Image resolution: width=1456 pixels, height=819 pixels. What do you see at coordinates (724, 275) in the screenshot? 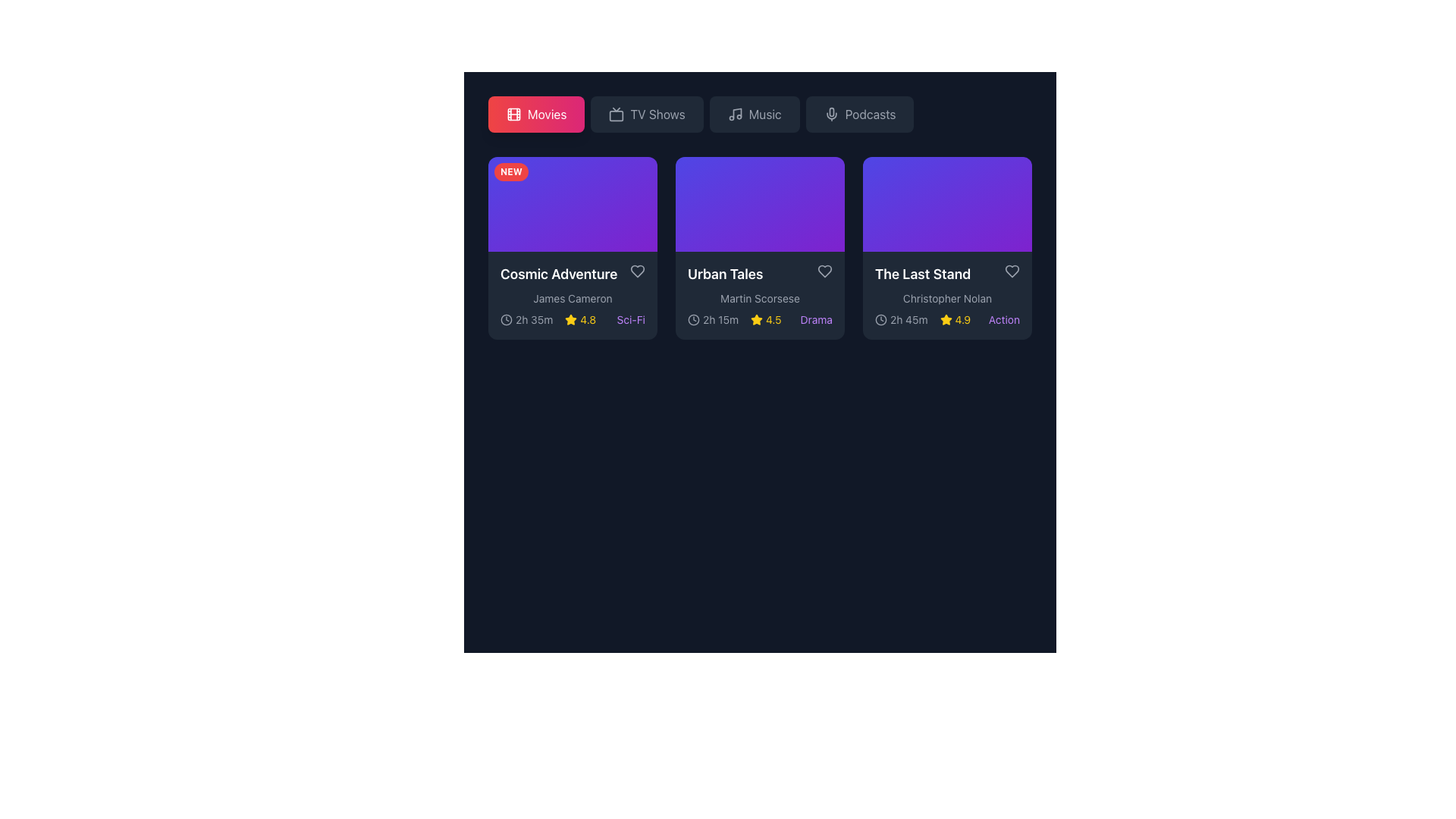
I see `the text label element titled 'Urban Tales' to potentially reveal additional details` at bounding box center [724, 275].